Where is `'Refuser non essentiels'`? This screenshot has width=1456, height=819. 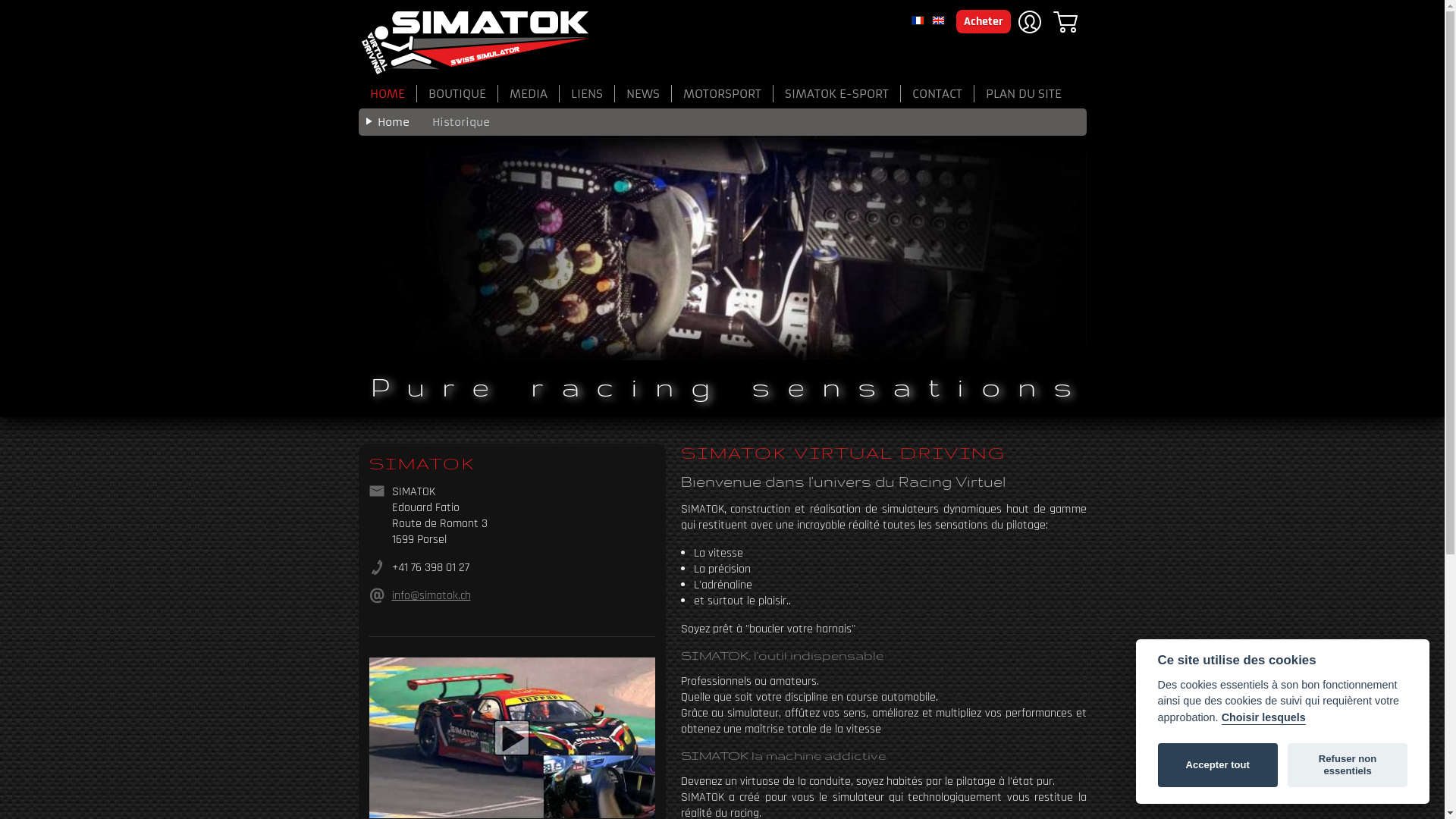 'Refuser non essentiels' is located at coordinates (1347, 765).